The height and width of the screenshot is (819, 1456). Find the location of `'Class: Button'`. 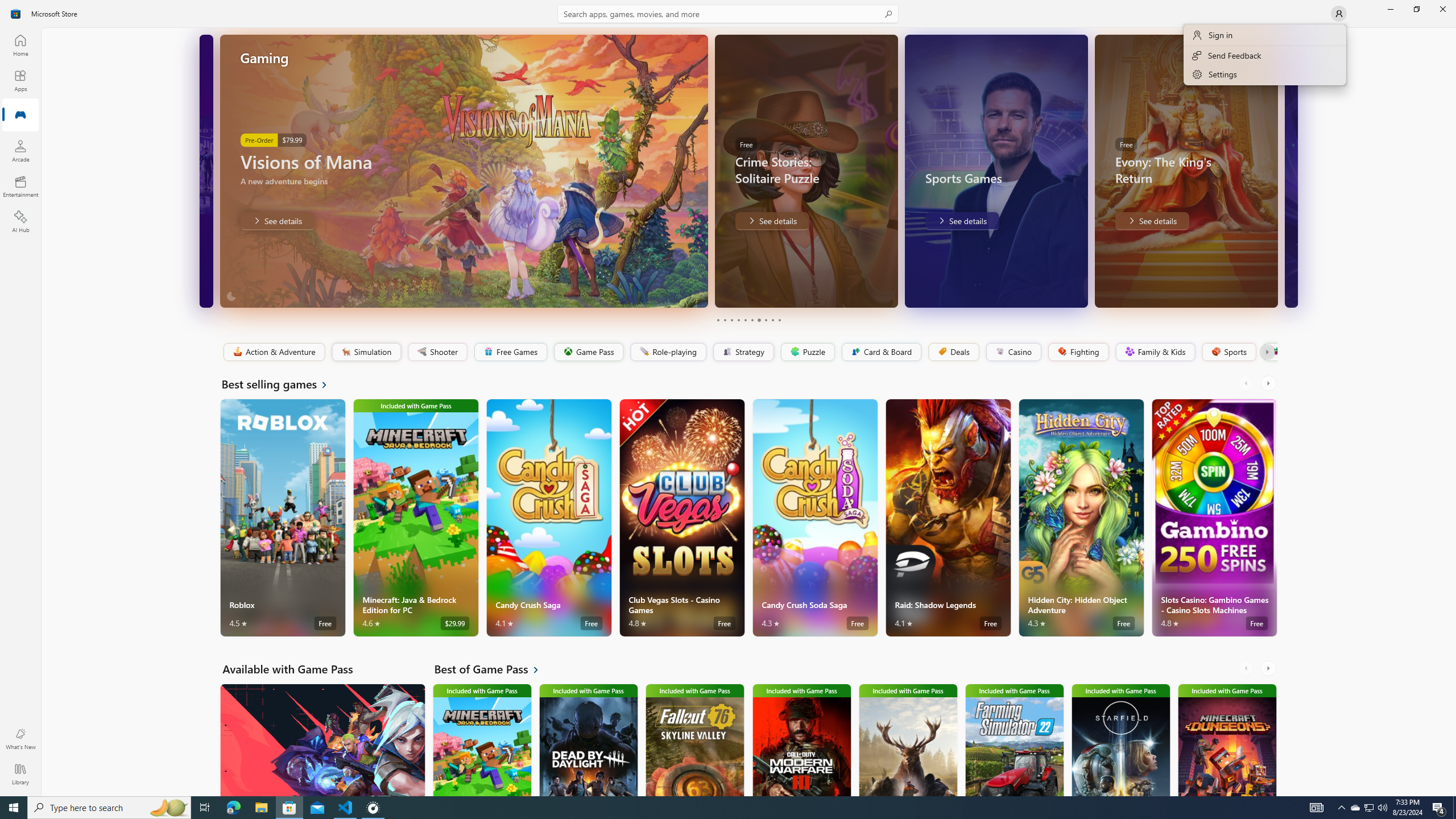

'Class: Button' is located at coordinates (1266, 351).